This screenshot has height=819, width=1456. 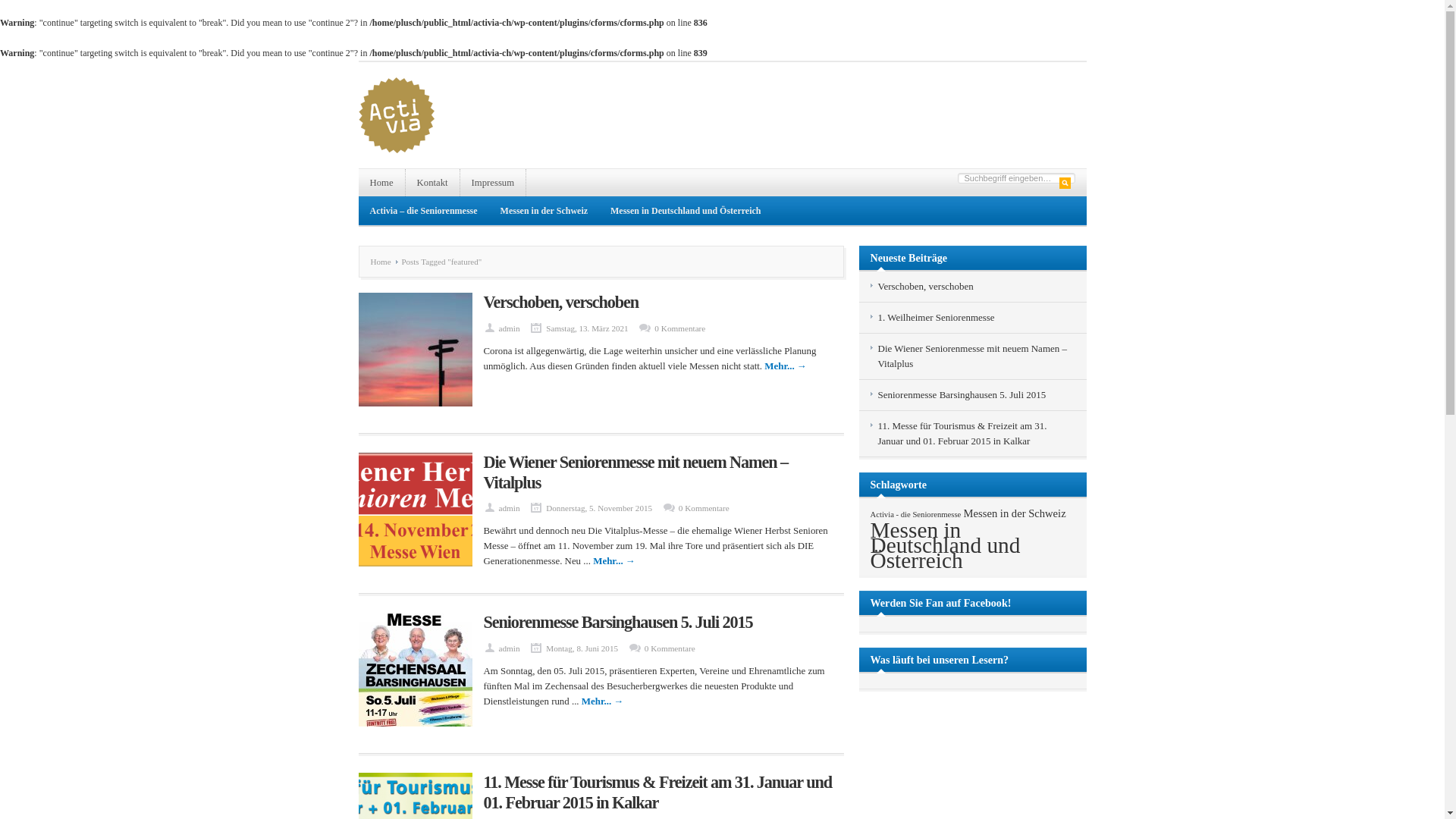 I want to click on 'Home', so click(x=381, y=181).